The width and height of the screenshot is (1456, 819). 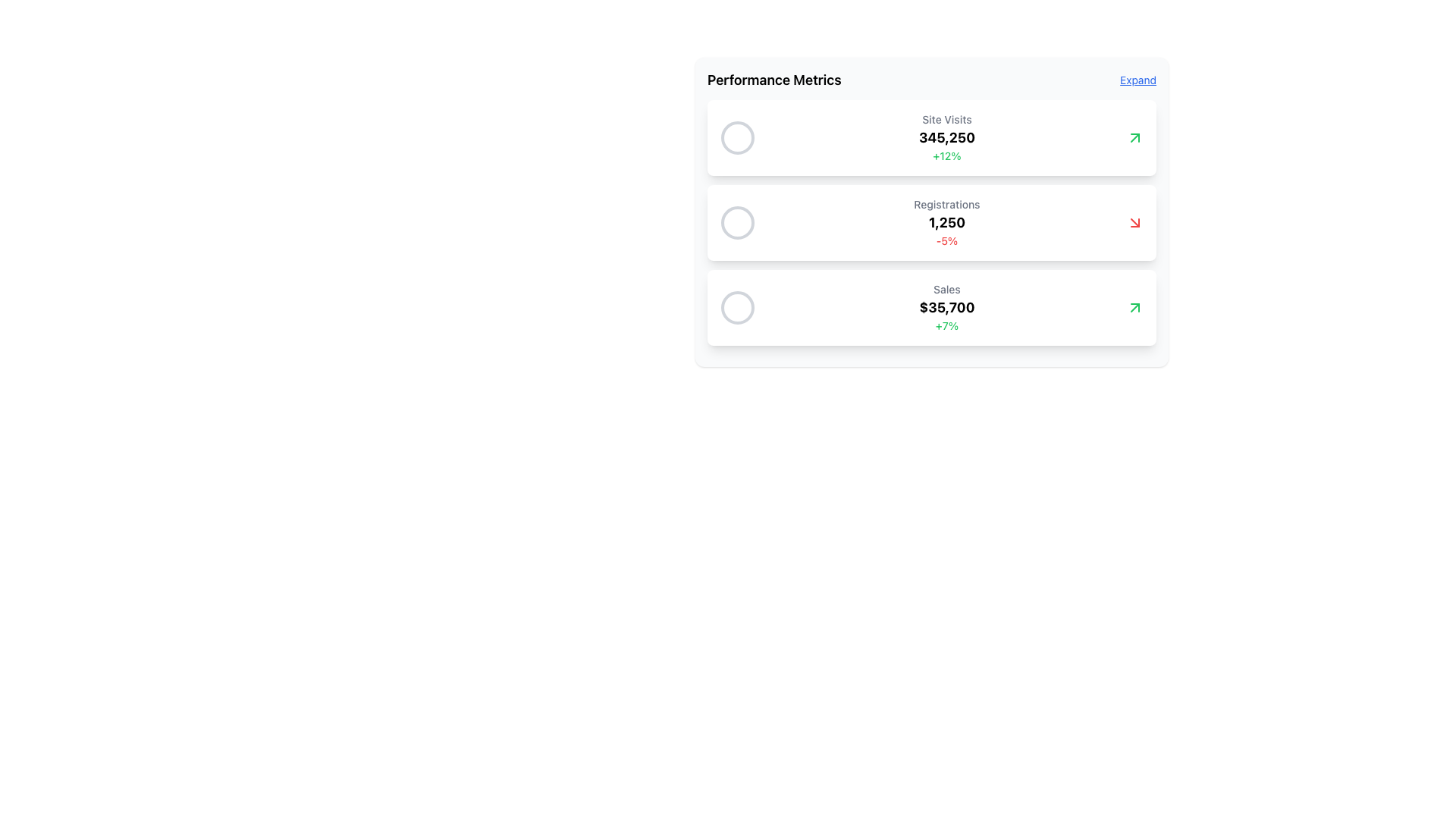 What do you see at coordinates (946, 205) in the screenshot?
I see `the text label reading 'Registrations' styled with a medium font weight and gray color, located at the top of the second statistics card in the 'Performance Metrics' section` at bounding box center [946, 205].